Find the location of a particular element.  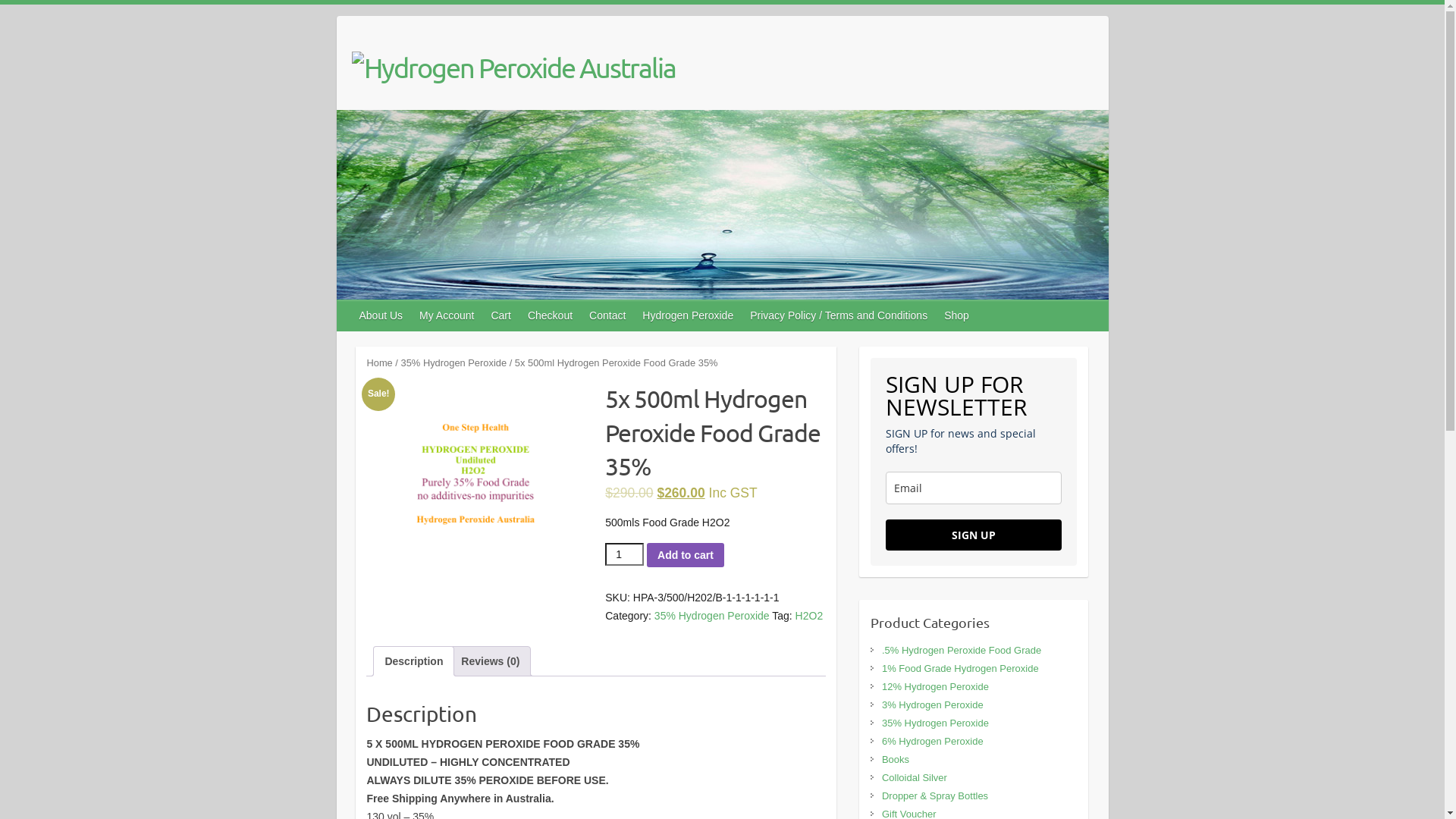

'Books' is located at coordinates (895, 759).